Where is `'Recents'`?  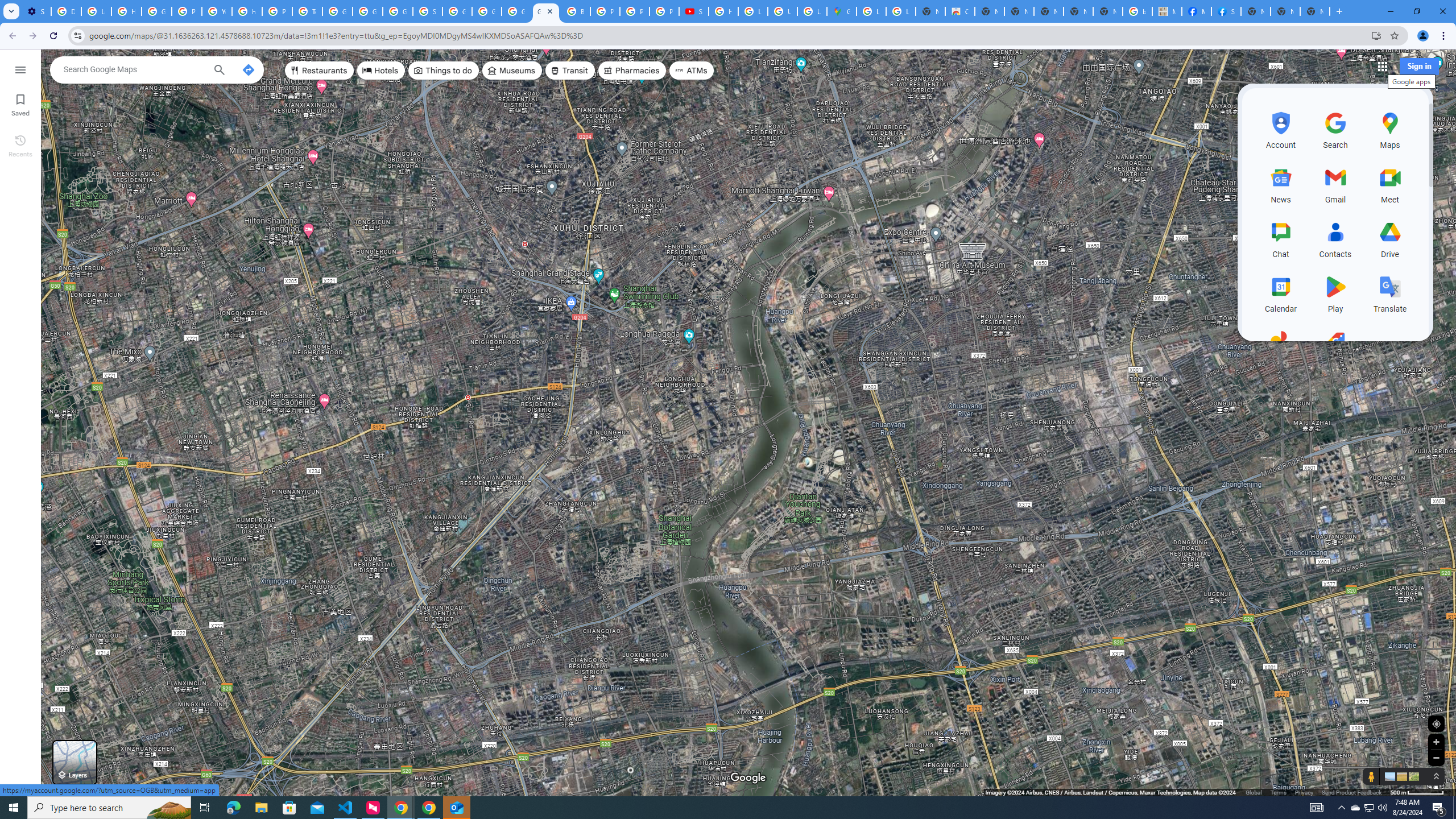 'Recents' is located at coordinates (19, 144).